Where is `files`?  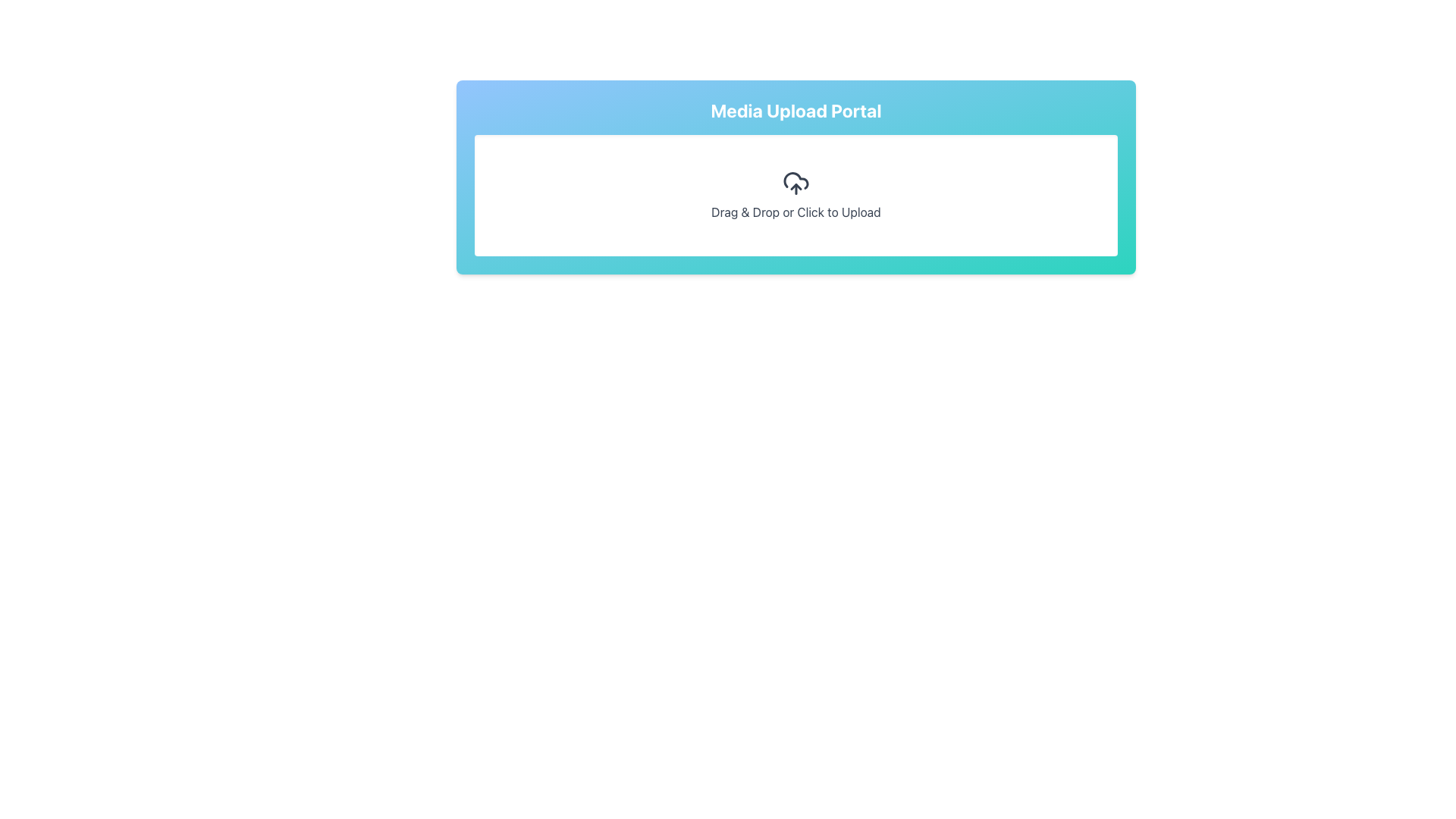 files is located at coordinates (795, 195).